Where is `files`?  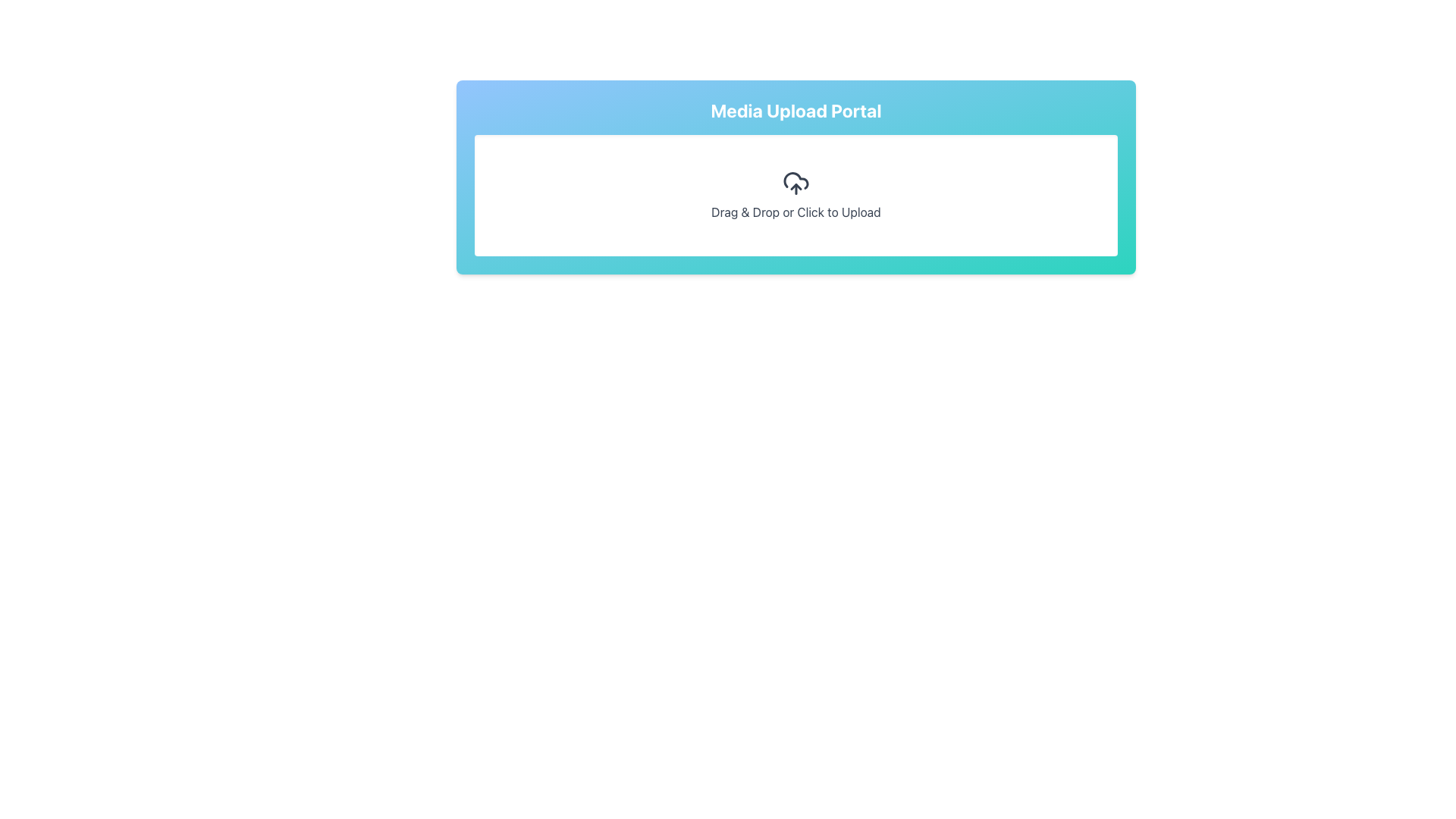 files is located at coordinates (795, 195).